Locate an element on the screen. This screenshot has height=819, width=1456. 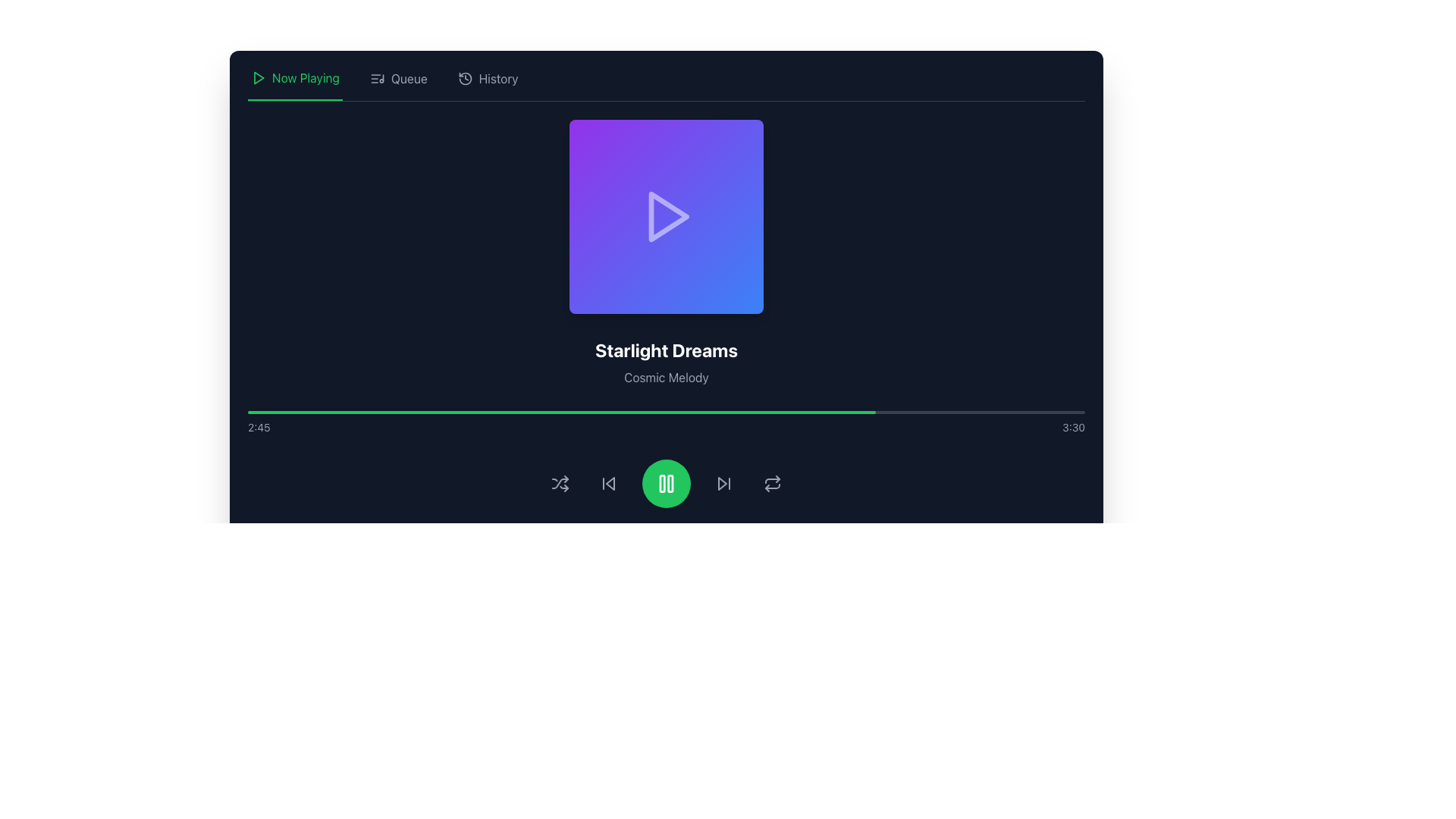
the text label displaying 'Cosmic Melody', which is styled in a lighter gray font color and positioned directly below 'Starlight Dreams' is located at coordinates (666, 376).